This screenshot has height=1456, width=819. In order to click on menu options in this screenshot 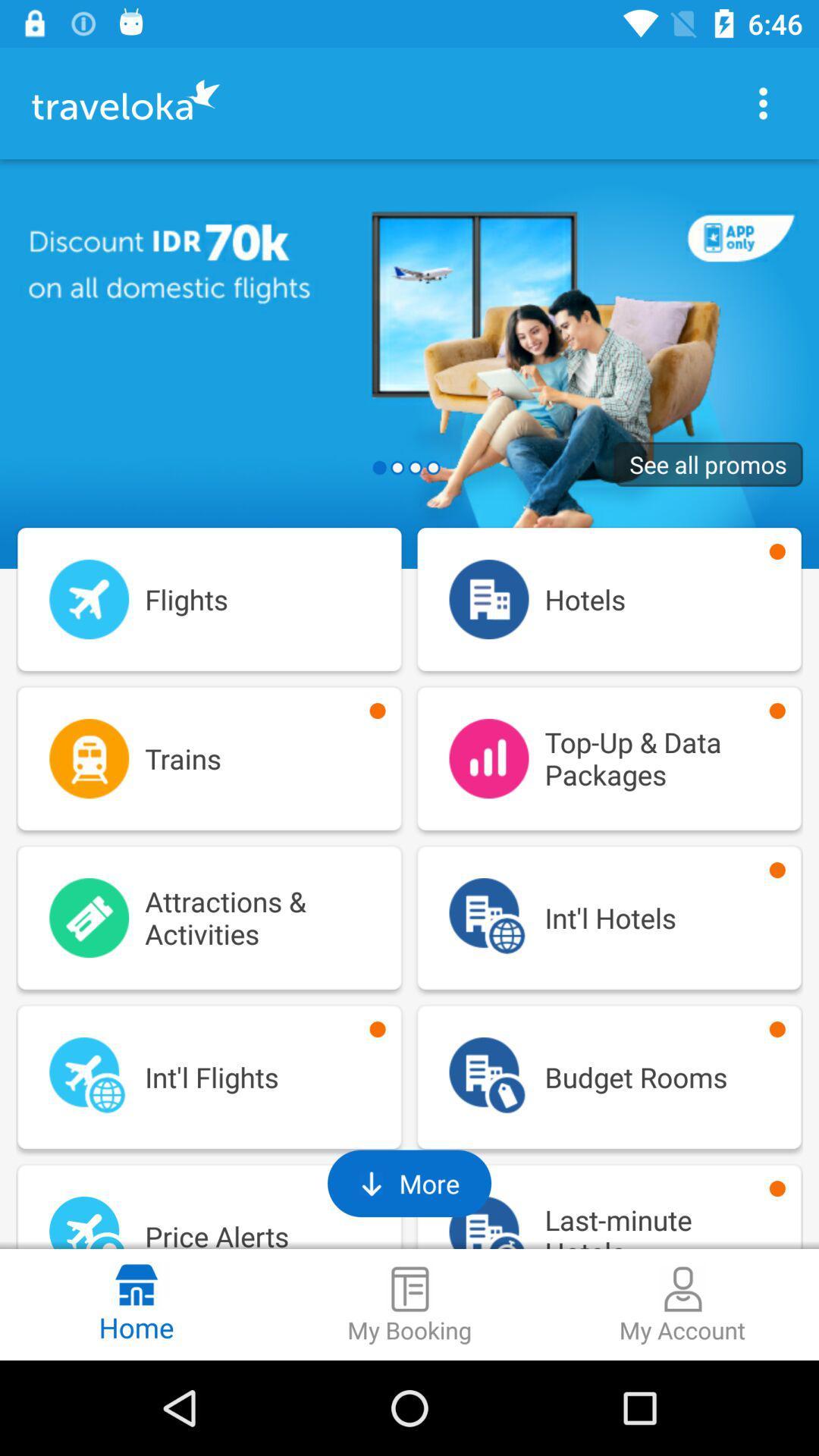, I will do `click(763, 102)`.